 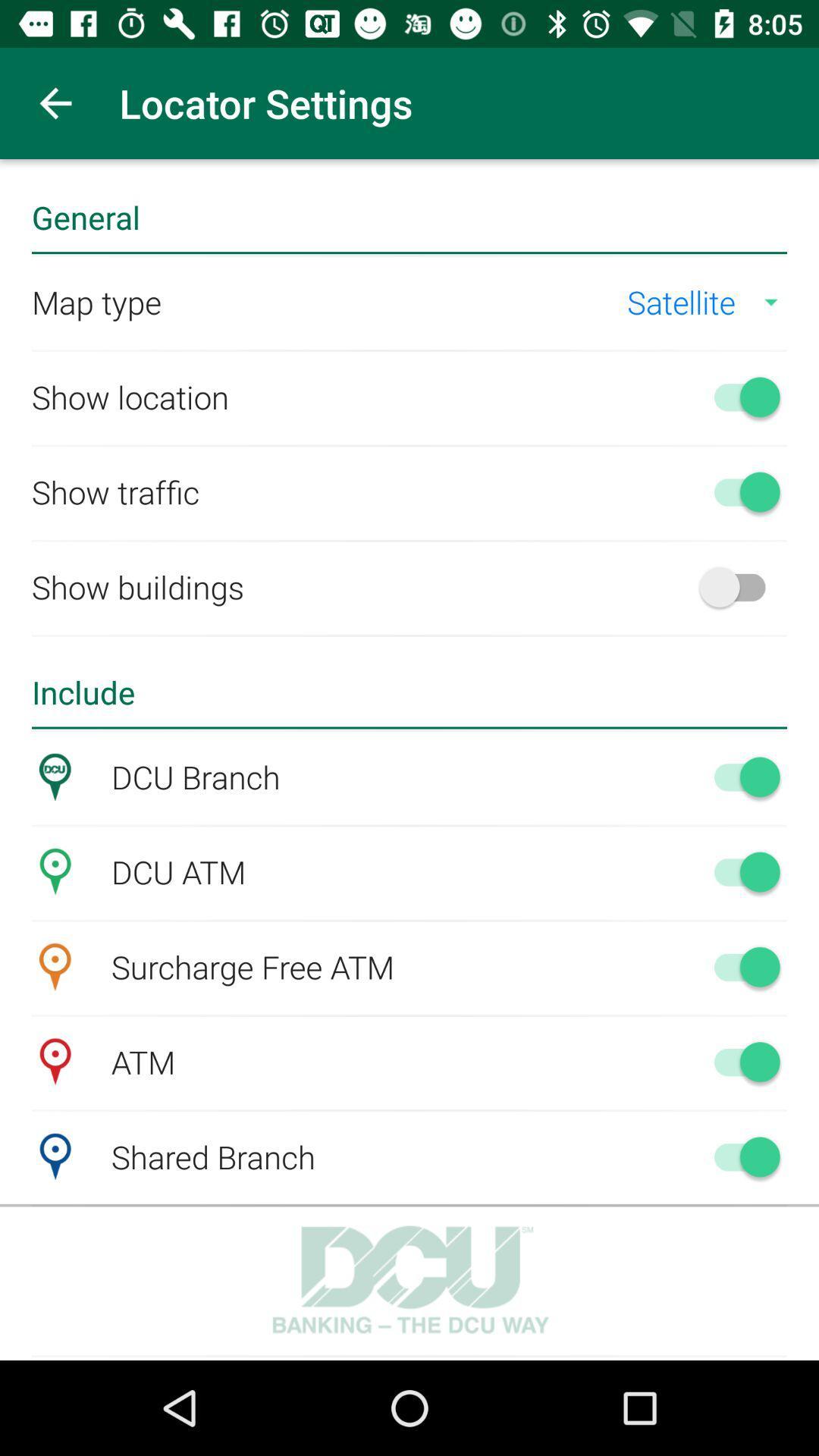 What do you see at coordinates (739, 585) in the screenshot?
I see `show builders option` at bounding box center [739, 585].